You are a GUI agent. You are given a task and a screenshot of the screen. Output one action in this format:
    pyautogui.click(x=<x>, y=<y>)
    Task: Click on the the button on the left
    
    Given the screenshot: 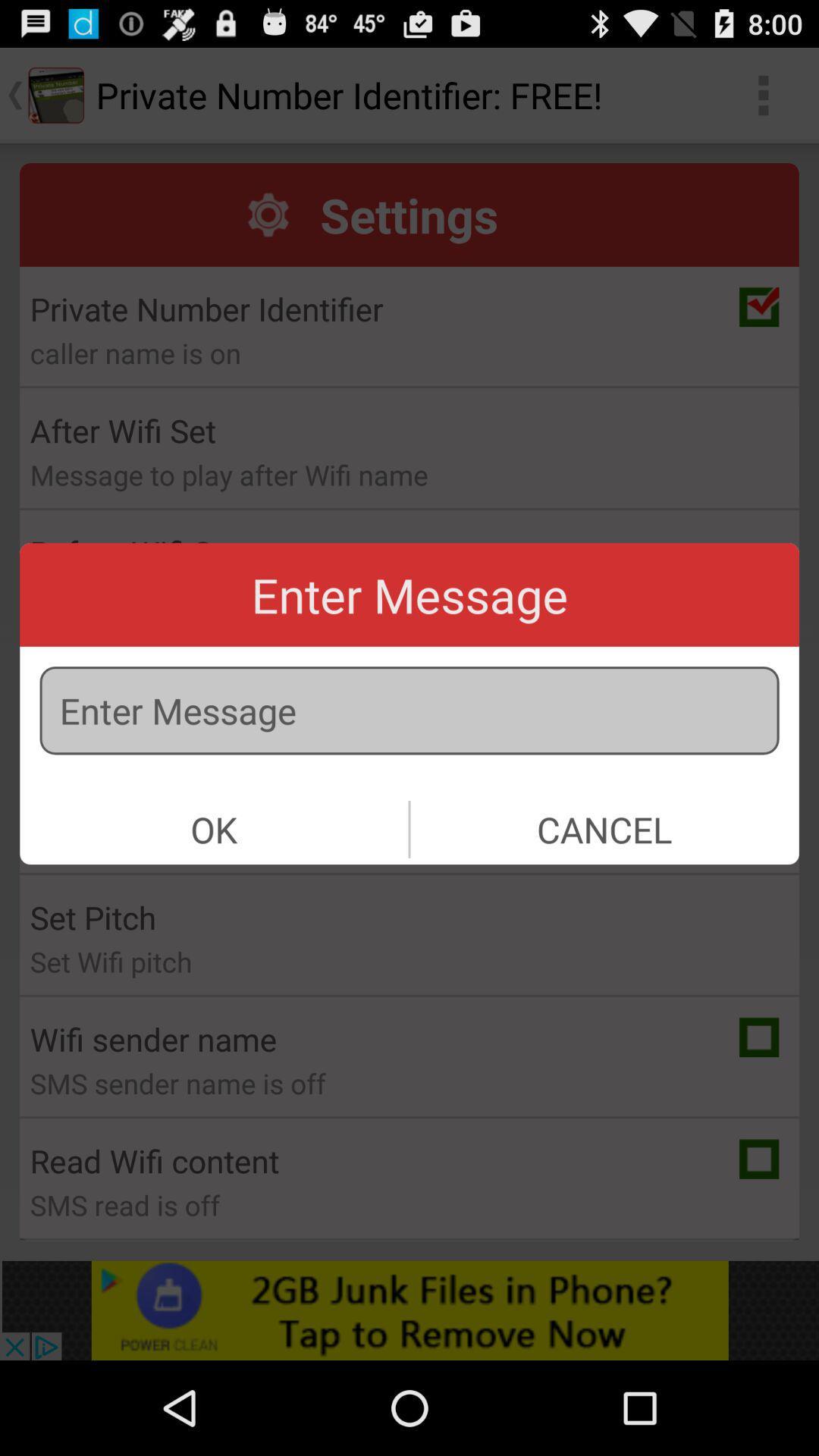 What is the action you would take?
    pyautogui.click(x=214, y=828)
    